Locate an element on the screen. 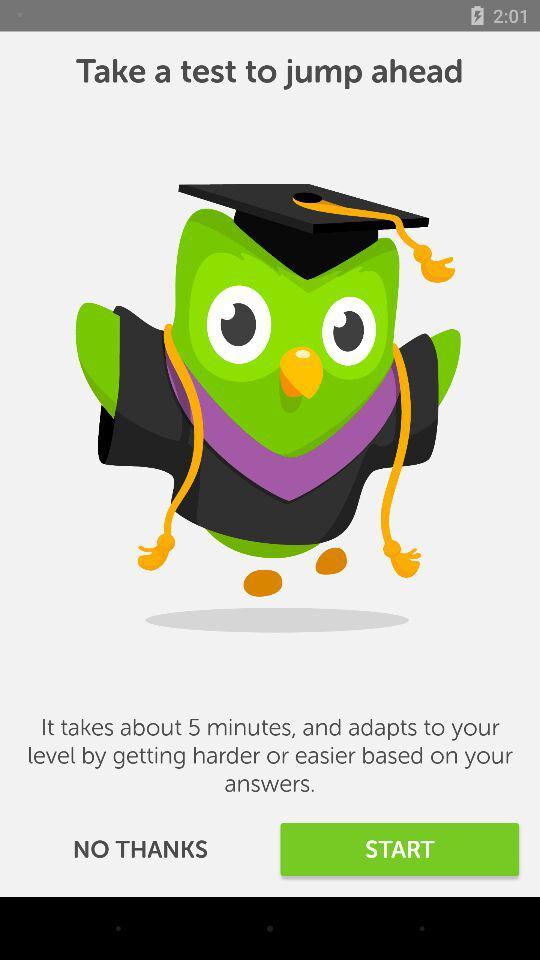 The image size is (540, 960). the item next to the start icon is located at coordinates (139, 848).